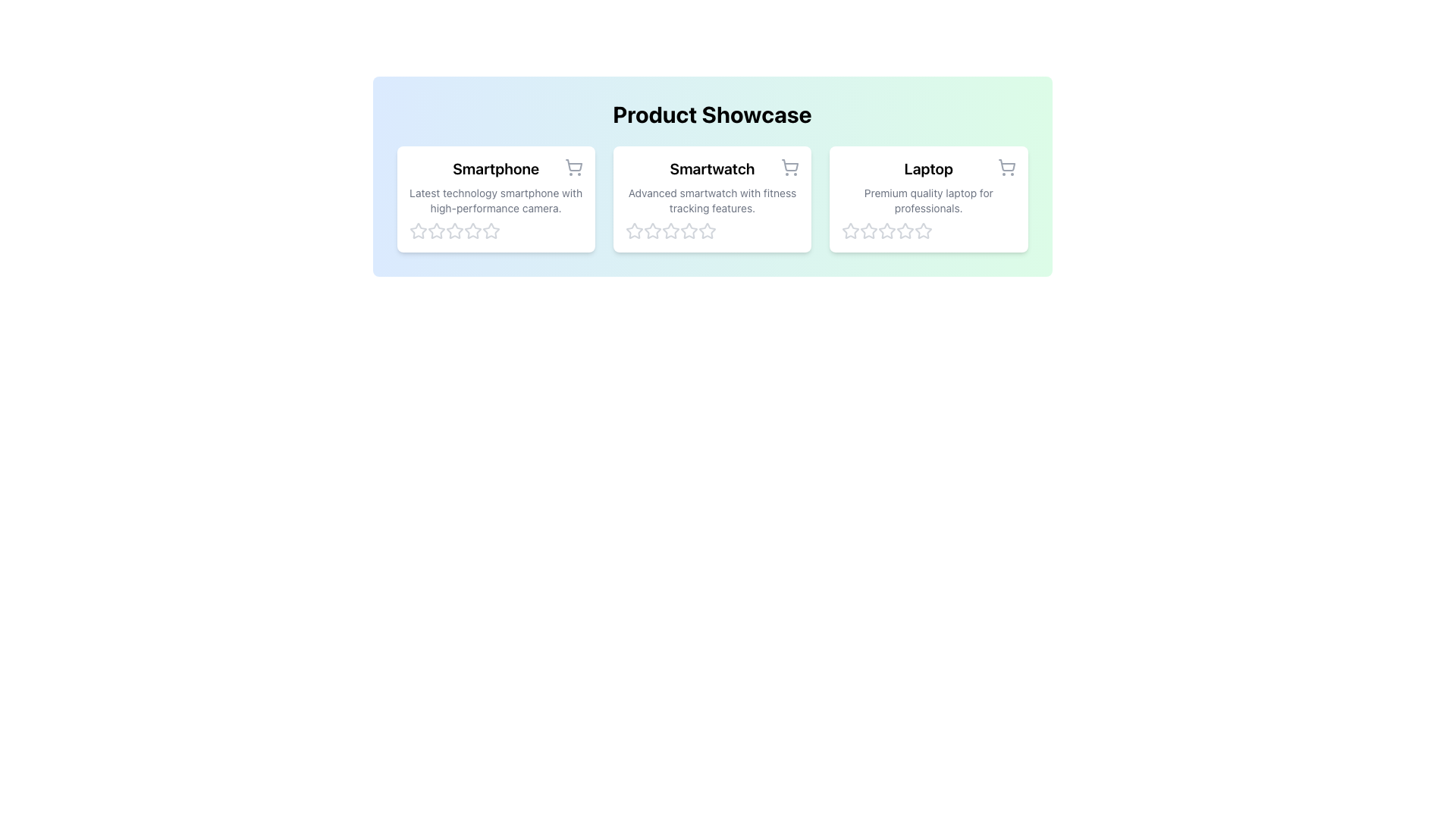  I want to click on the third rating star button in the 'Laptop' card of the 'Product Showcase' interface, so click(887, 231).